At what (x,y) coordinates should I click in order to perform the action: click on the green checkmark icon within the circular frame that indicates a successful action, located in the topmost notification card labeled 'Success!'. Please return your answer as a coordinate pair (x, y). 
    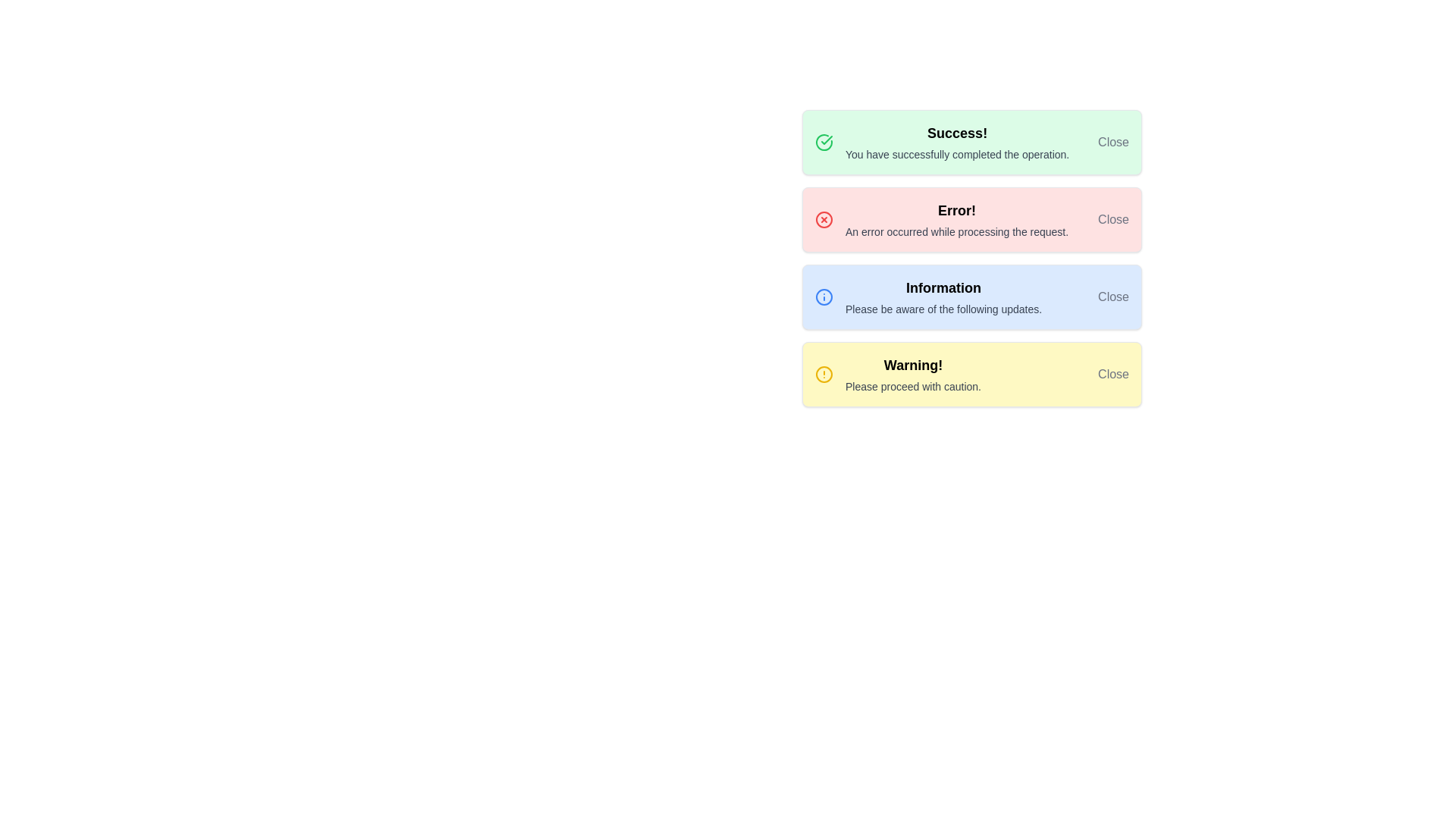
    Looking at the image, I should click on (823, 143).